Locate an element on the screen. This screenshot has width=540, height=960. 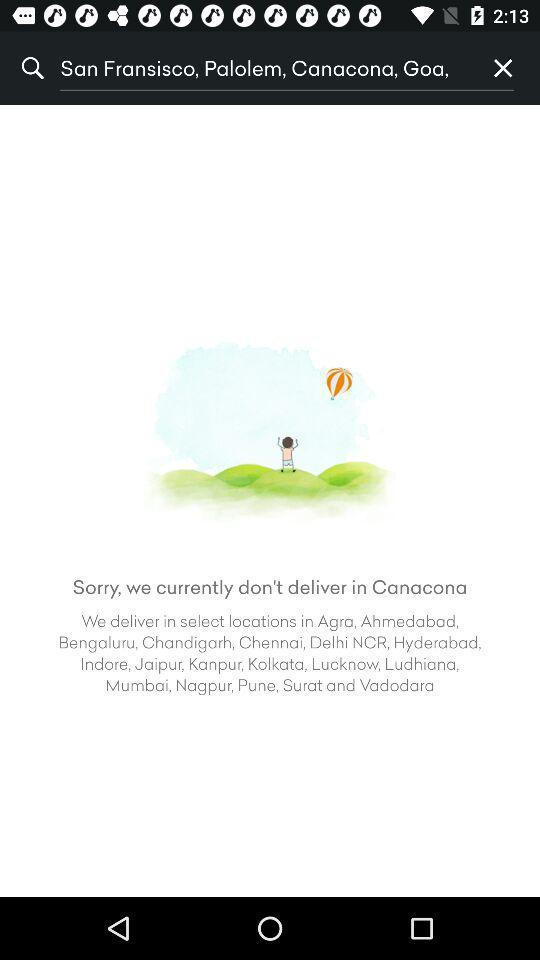
the p icon is located at coordinates (502, 68).